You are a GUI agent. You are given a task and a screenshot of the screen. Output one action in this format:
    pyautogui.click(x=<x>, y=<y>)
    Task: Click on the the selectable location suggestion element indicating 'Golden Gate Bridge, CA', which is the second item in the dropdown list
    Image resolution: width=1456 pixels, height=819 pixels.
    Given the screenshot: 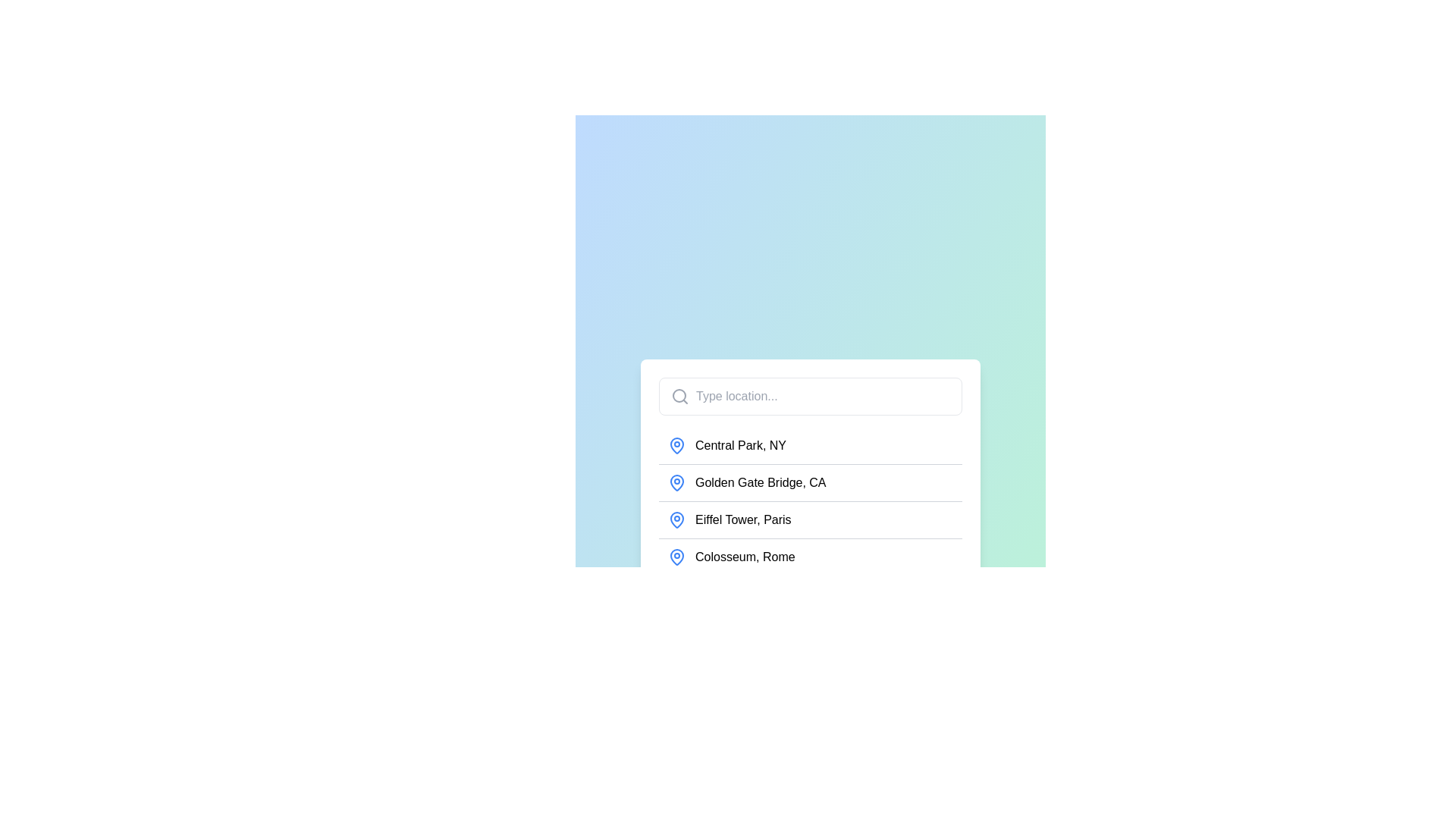 What is the action you would take?
    pyautogui.click(x=761, y=482)
    